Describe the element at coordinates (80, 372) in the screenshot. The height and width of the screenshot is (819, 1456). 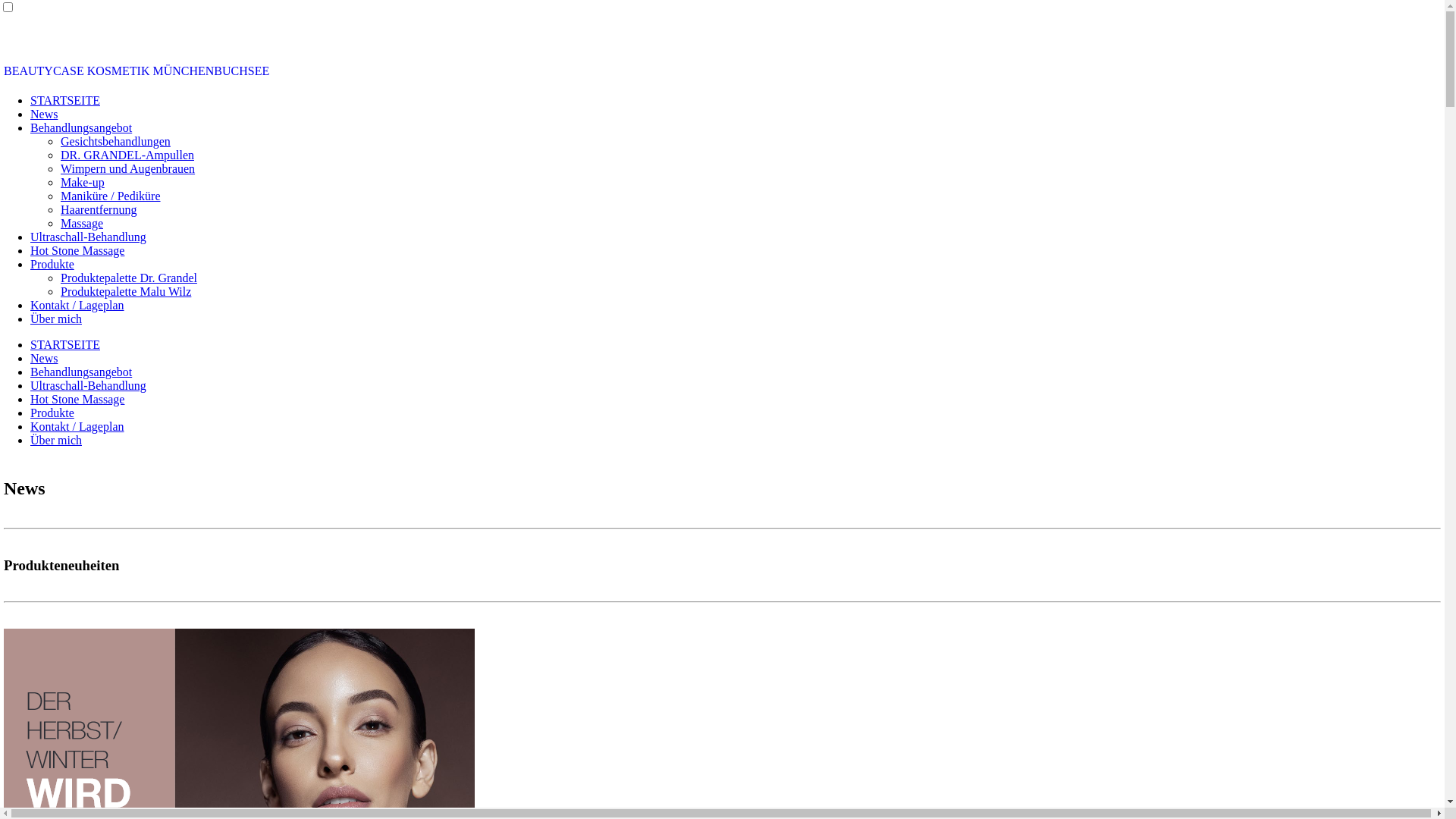
I see `'Behandlungsangebot'` at that location.